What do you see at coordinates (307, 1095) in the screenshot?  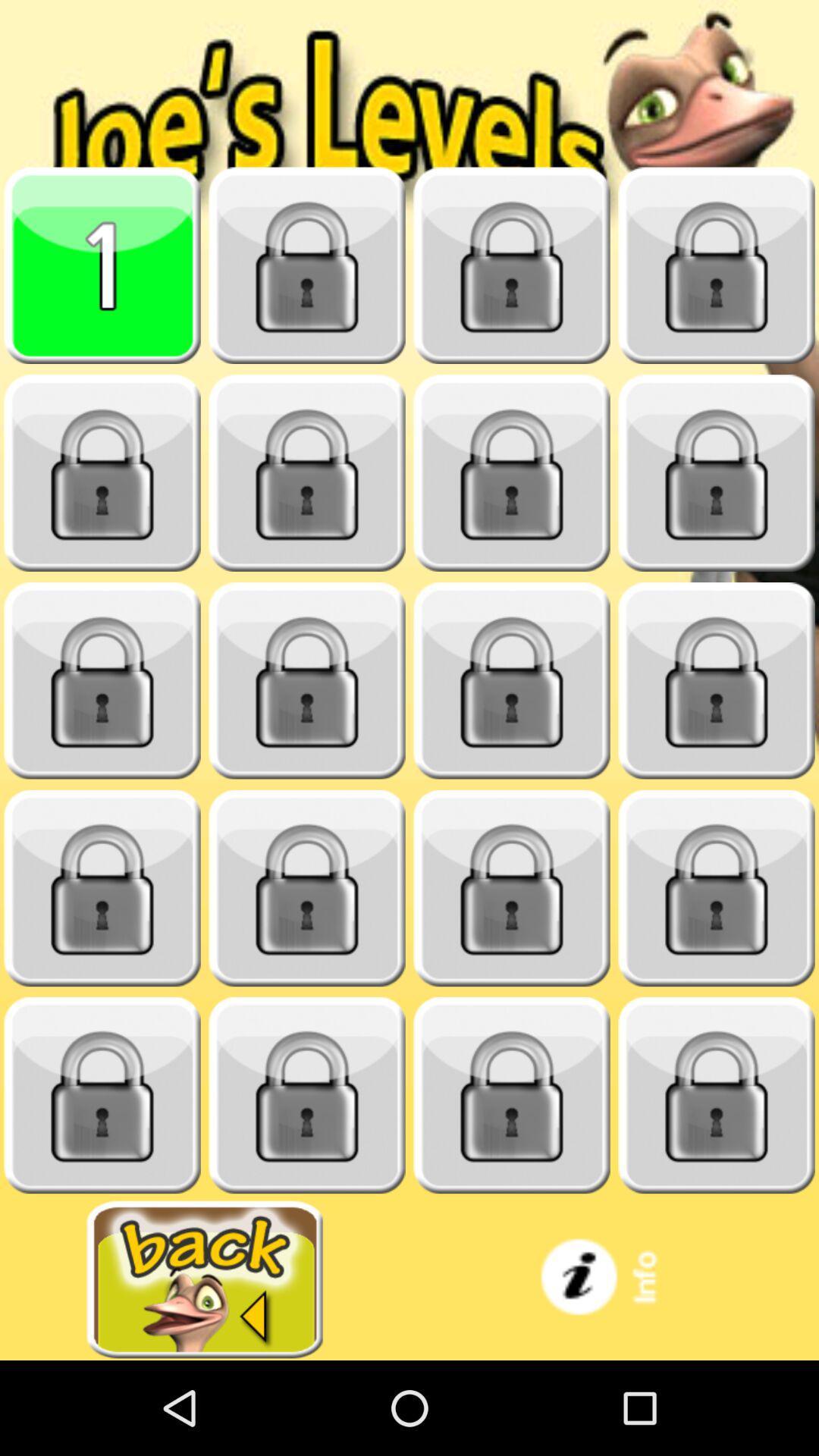 I see `click lock button` at bounding box center [307, 1095].